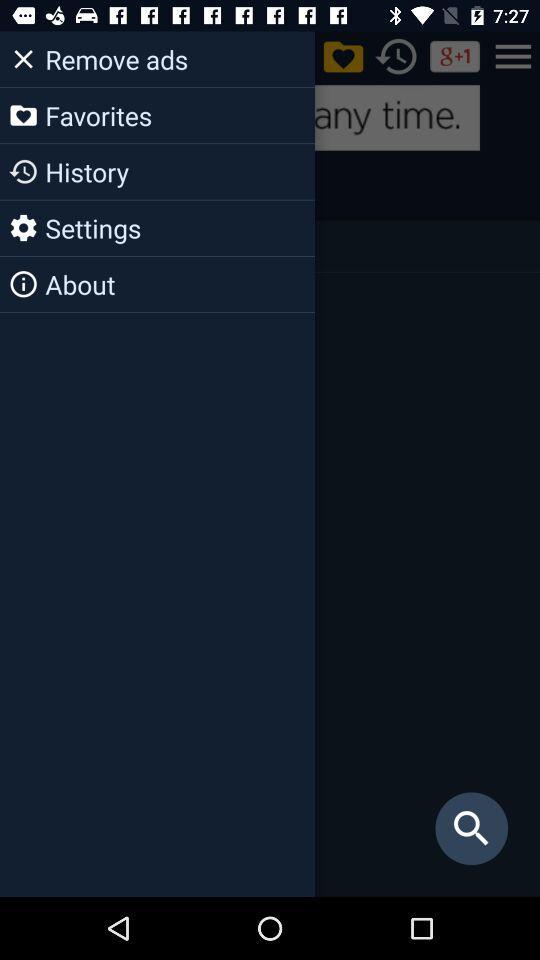  What do you see at coordinates (133, 55) in the screenshot?
I see `the more icon` at bounding box center [133, 55].